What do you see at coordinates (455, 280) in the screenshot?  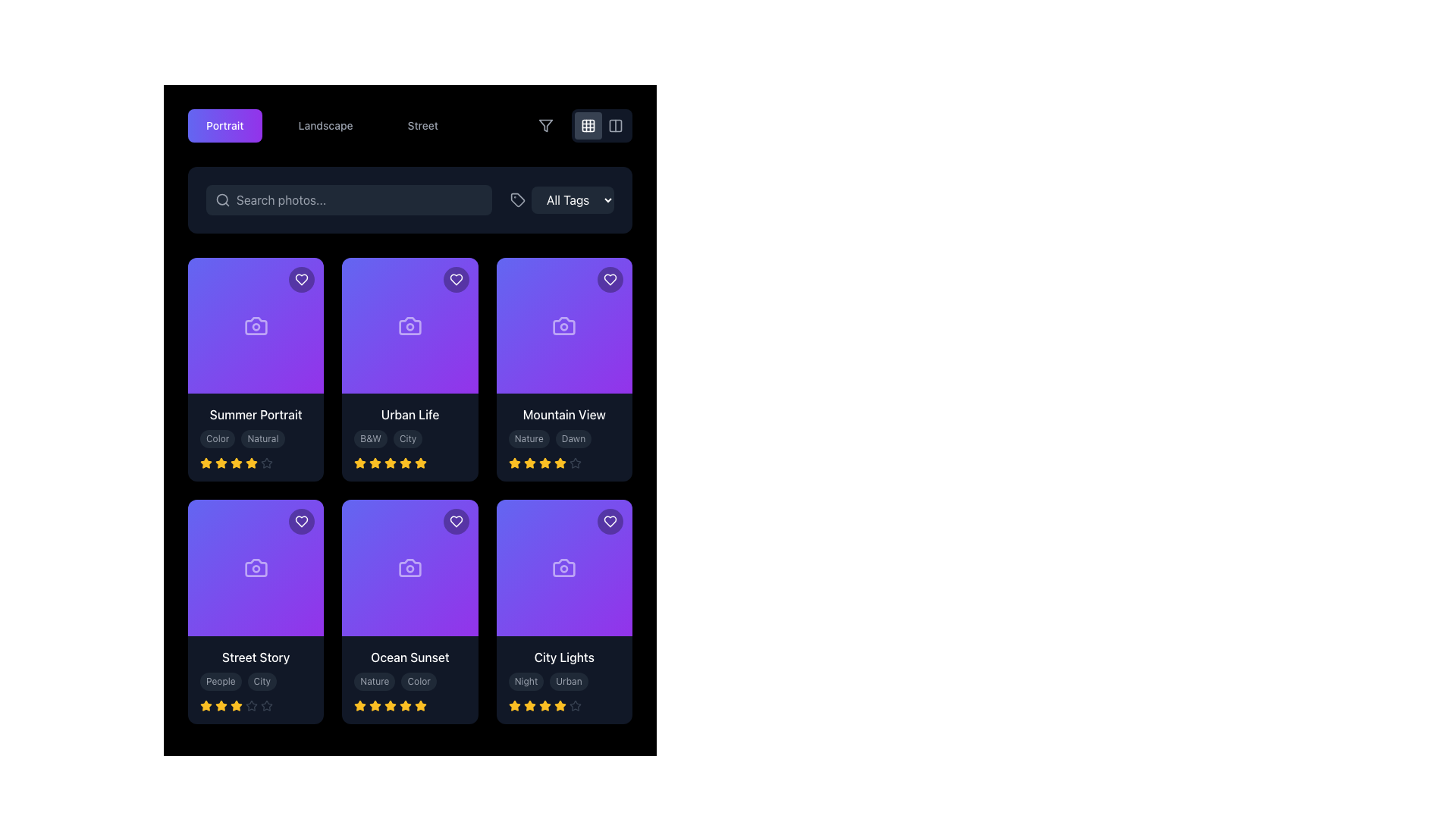 I see `the 'like' button located at the top-right corner of the 'Urban Life' card` at bounding box center [455, 280].